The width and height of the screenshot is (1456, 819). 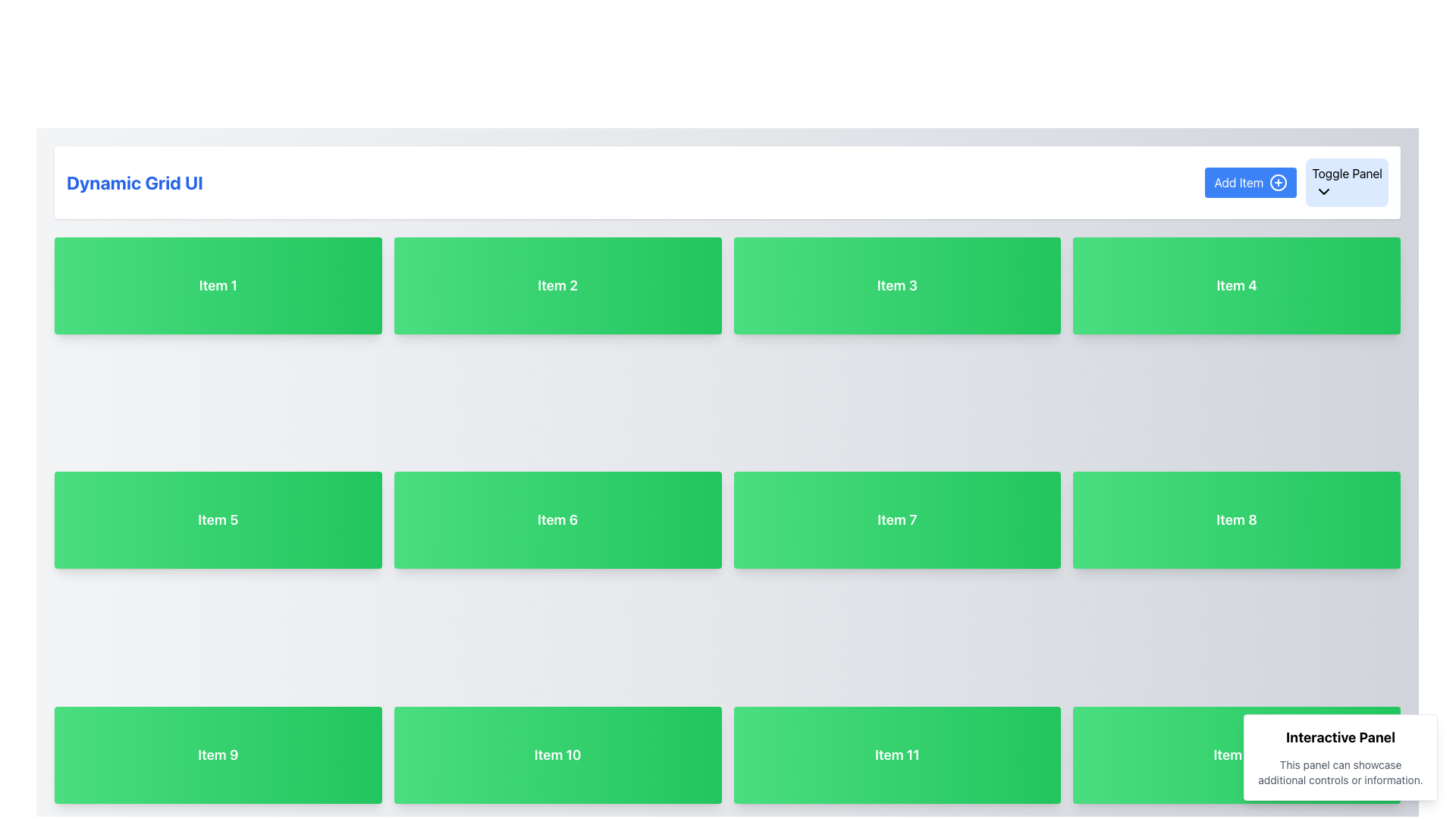 What do you see at coordinates (557, 286) in the screenshot?
I see `the rectangular button or card with a gradient green background and the text 'Item 2' in bold, located in the first row and second column of a 4-column grid layout` at bounding box center [557, 286].